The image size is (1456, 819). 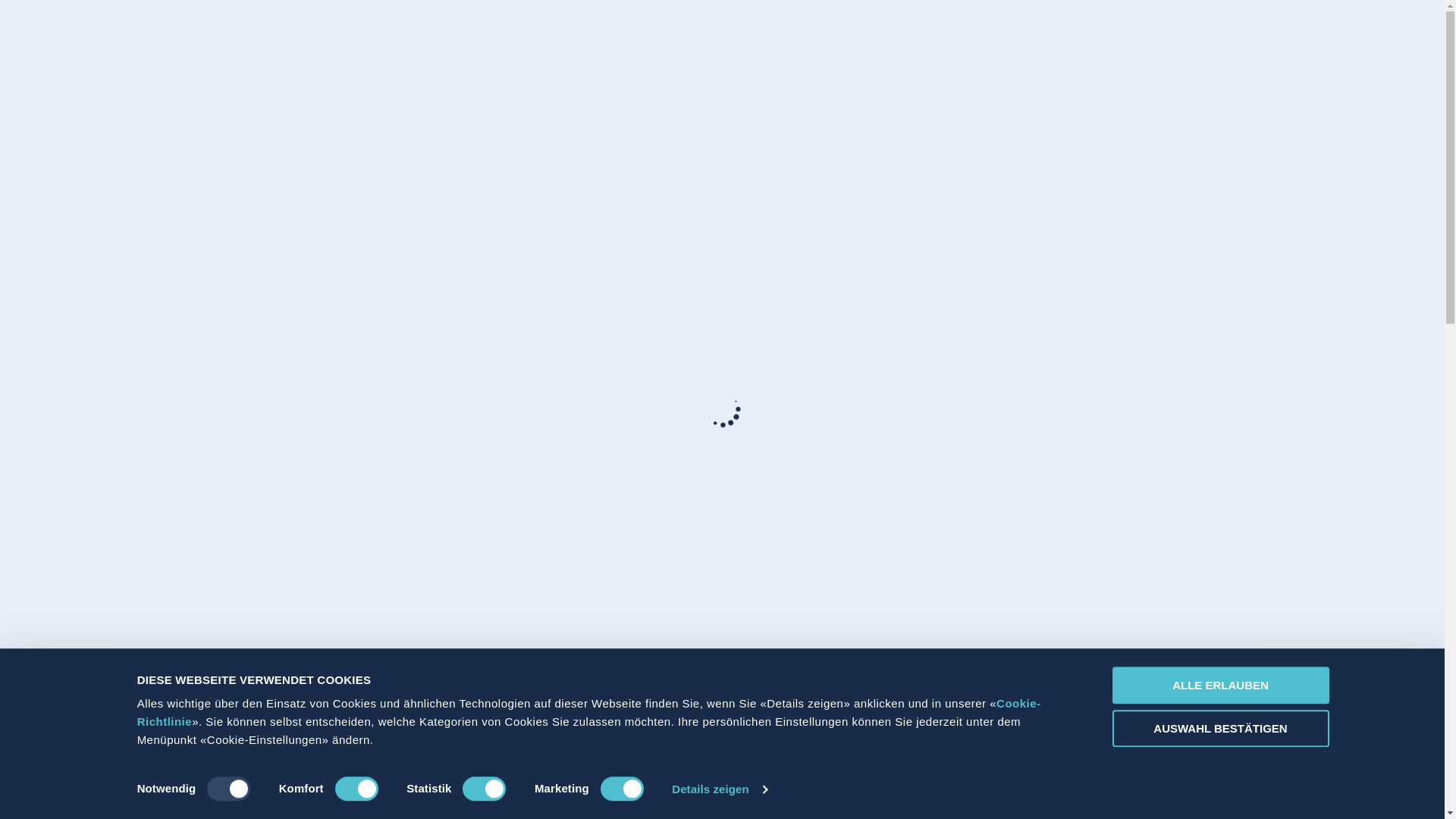 What do you see at coordinates (1110, 37) in the screenshot?
I see `'EN'` at bounding box center [1110, 37].